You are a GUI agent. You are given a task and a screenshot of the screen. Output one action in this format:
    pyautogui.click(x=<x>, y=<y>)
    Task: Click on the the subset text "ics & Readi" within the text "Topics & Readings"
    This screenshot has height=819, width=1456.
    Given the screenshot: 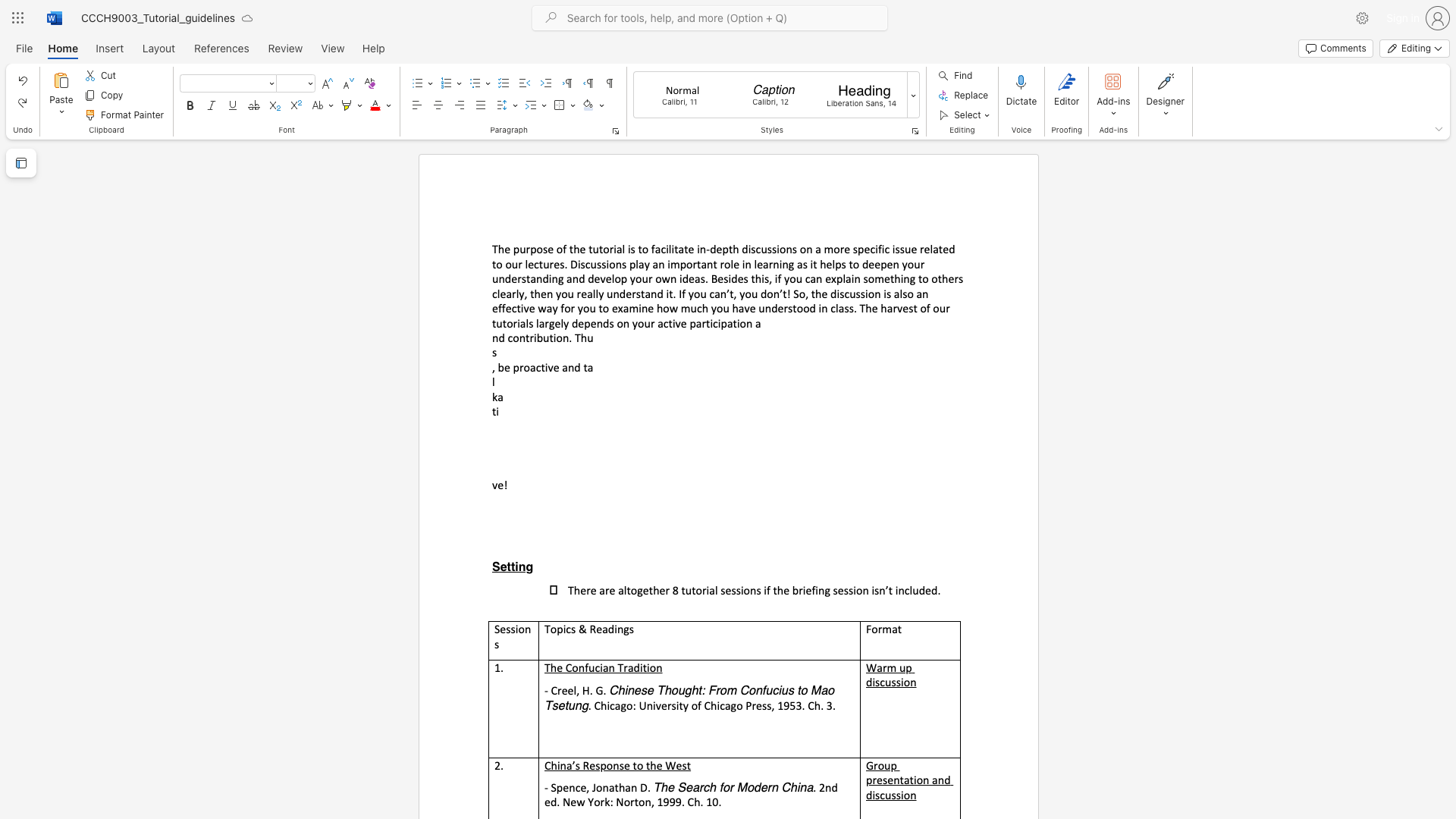 What is the action you would take?
    pyautogui.click(x=562, y=629)
    